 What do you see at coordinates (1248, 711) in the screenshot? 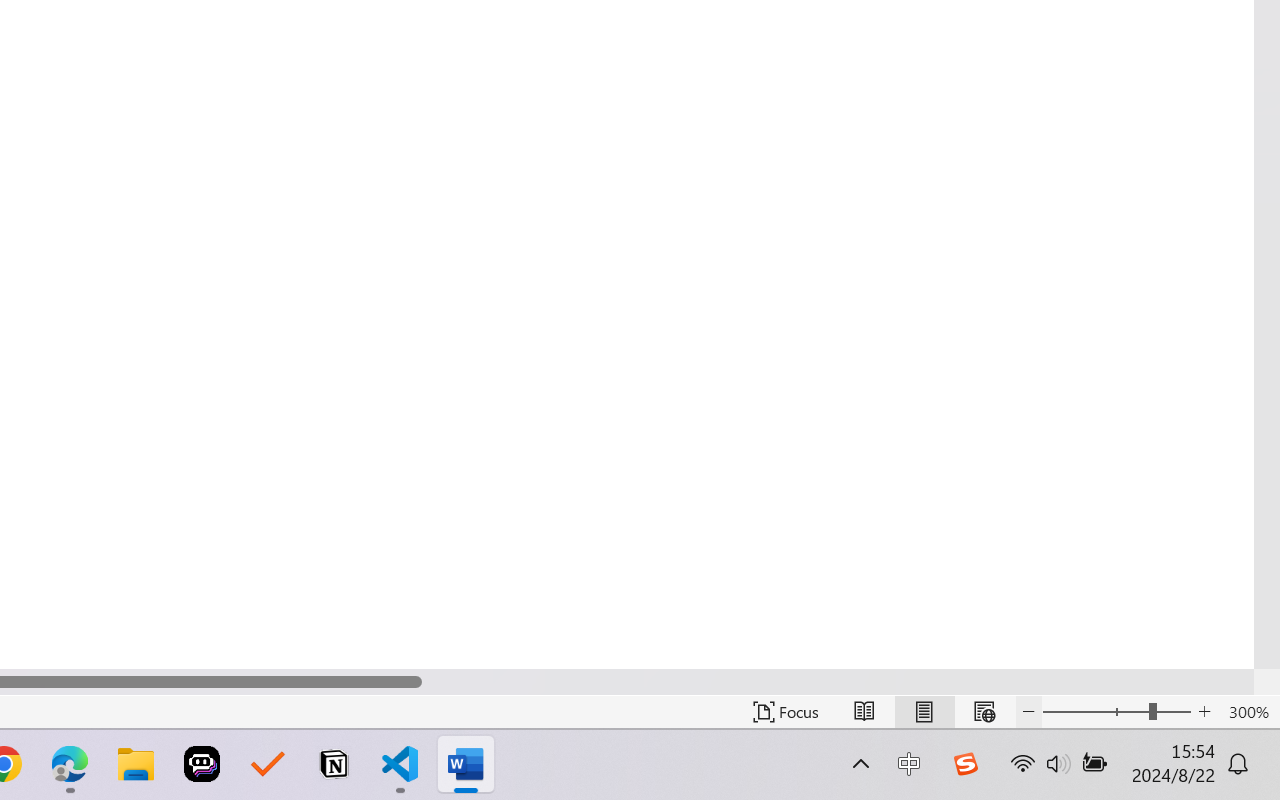
I see `'Zoom 300%'` at bounding box center [1248, 711].